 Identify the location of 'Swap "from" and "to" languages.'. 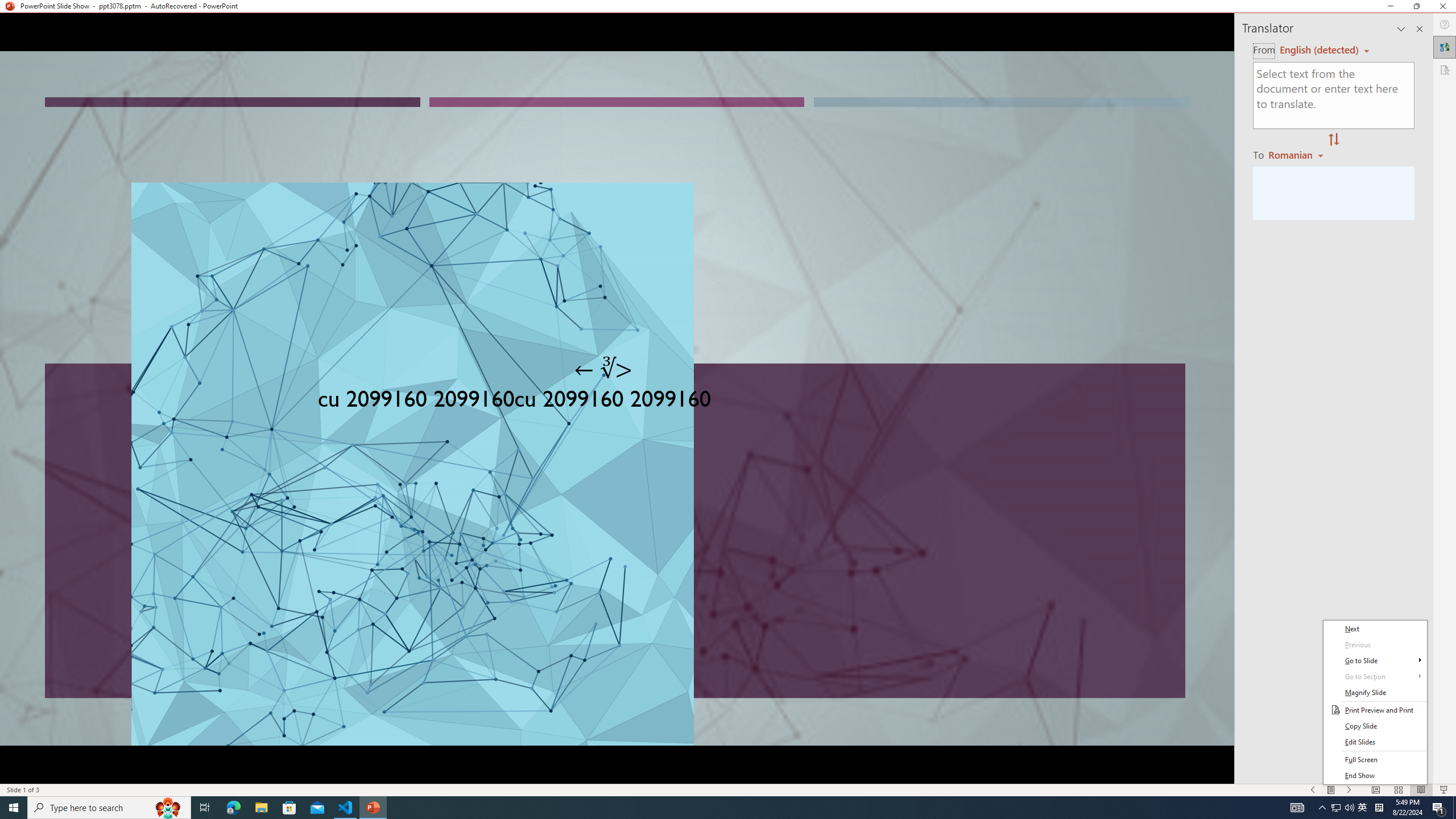
(1333, 139).